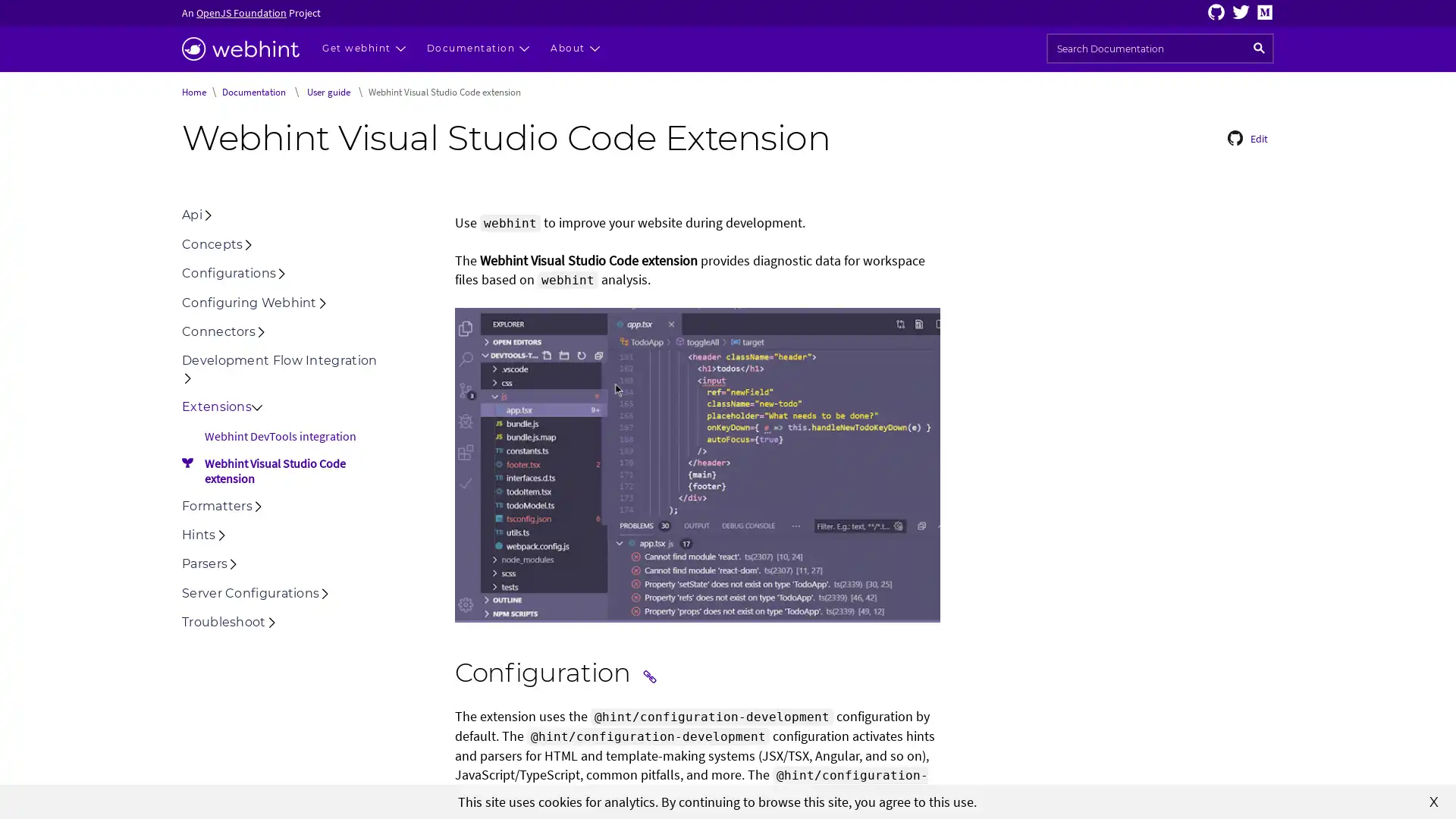 Image resolution: width=1456 pixels, height=819 pixels. What do you see at coordinates (1259, 48) in the screenshot?
I see `search` at bounding box center [1259, 48].